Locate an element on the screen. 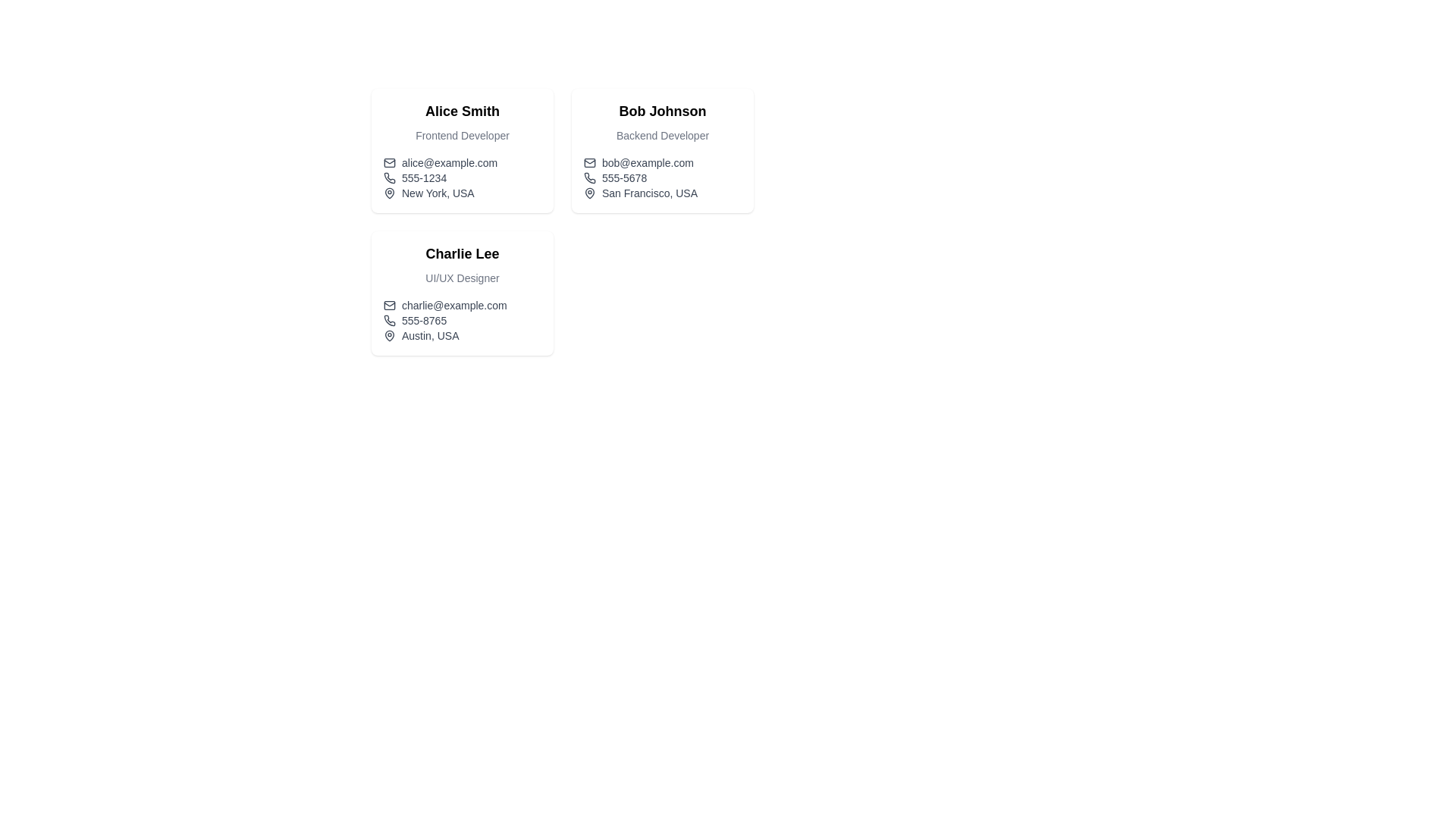 The image size is (1456, 819). text label displaying 'UI/UX Designer' which is positioned below the name 'Charlie Lee' in a user card, centrally aligned and presented in a small, gray font is located at coordinates (461, 278).